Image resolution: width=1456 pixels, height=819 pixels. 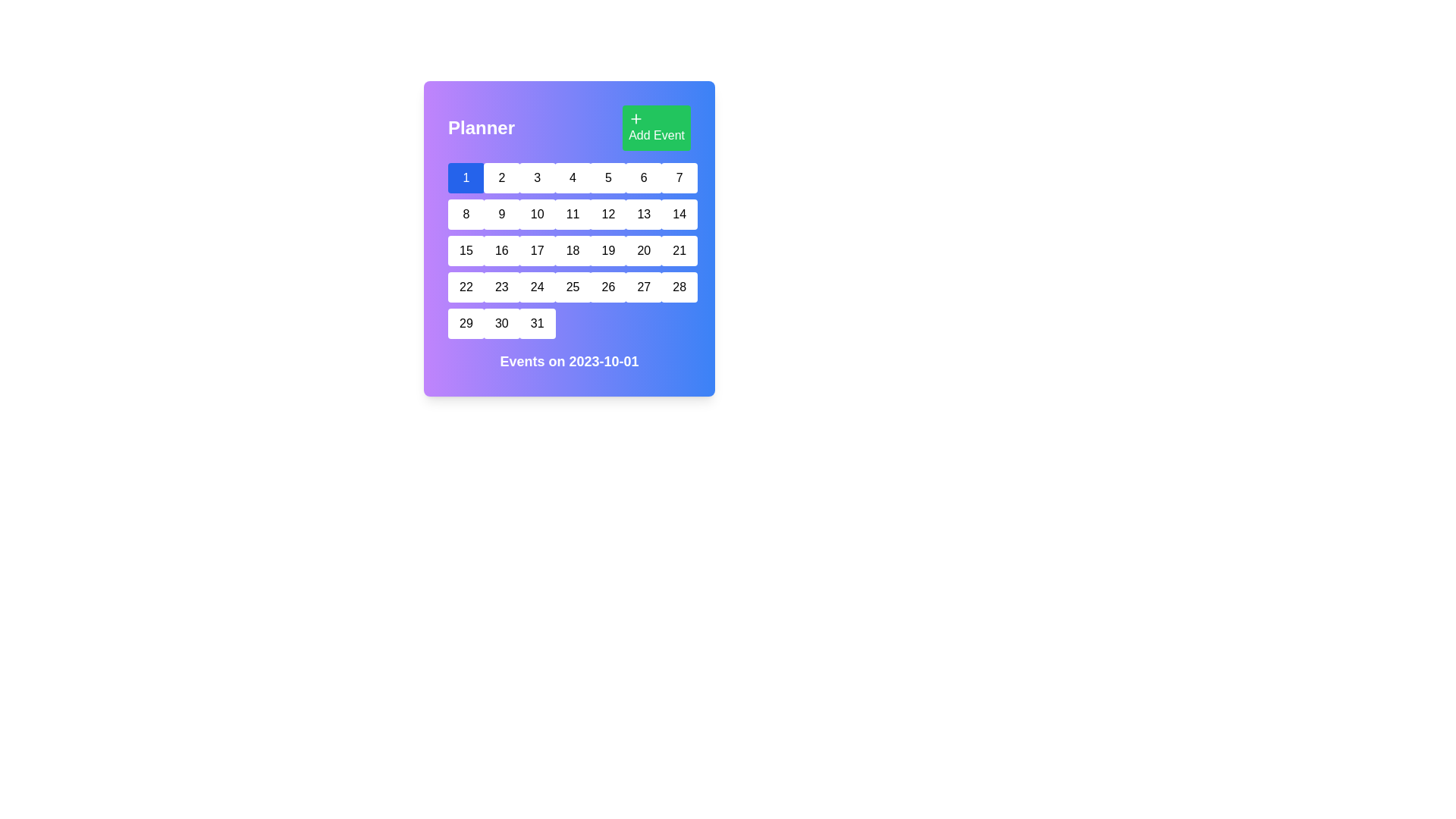 What do you see at coordinates (608, 250) in the screenshot?
I see `the calendar day button representing the 19th day of the month` at bounding box center [608, 250].